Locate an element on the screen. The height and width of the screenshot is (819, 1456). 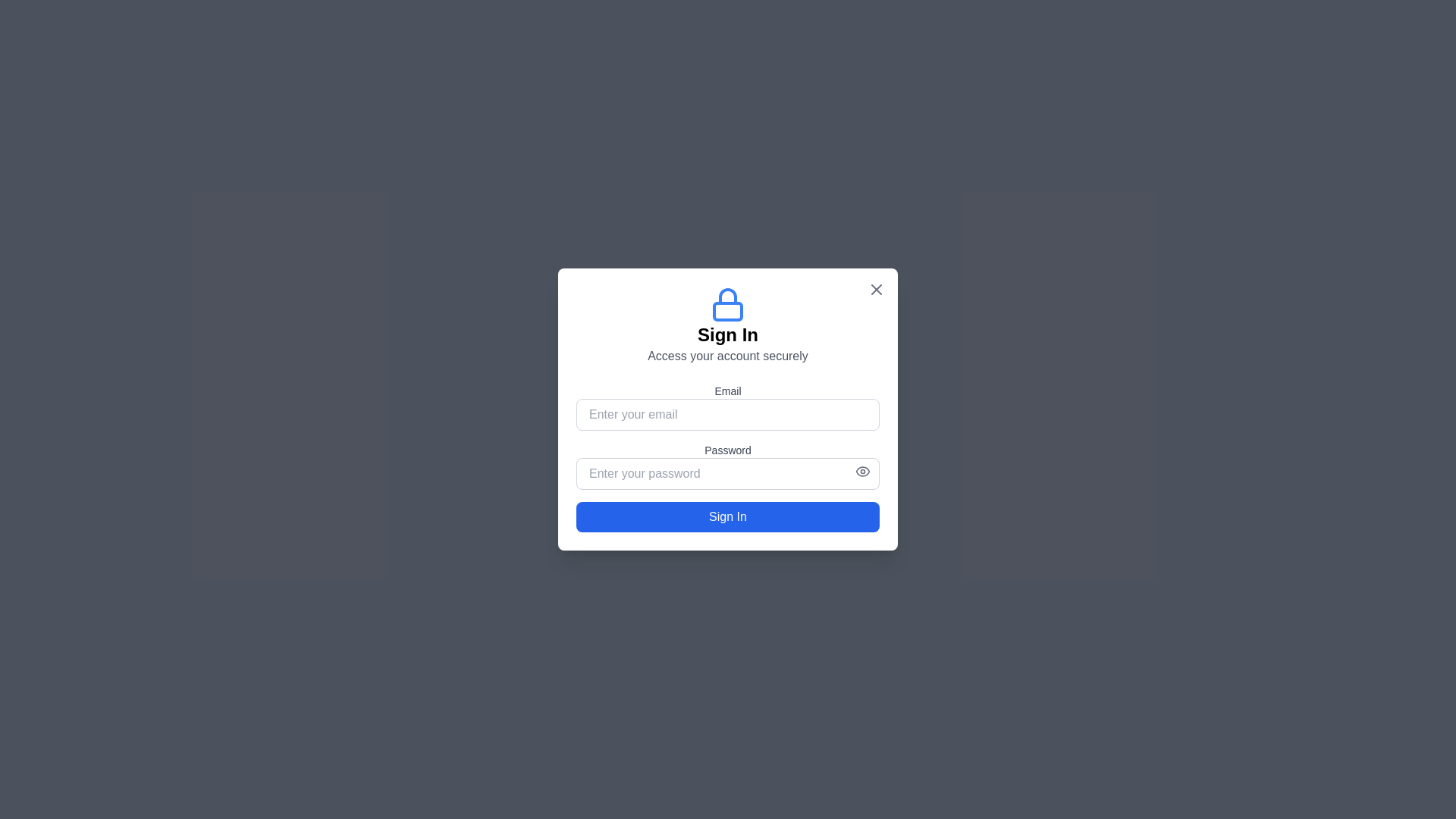
the eye icon in the password field to toggle password visibility is located at coordinates (862, 470).